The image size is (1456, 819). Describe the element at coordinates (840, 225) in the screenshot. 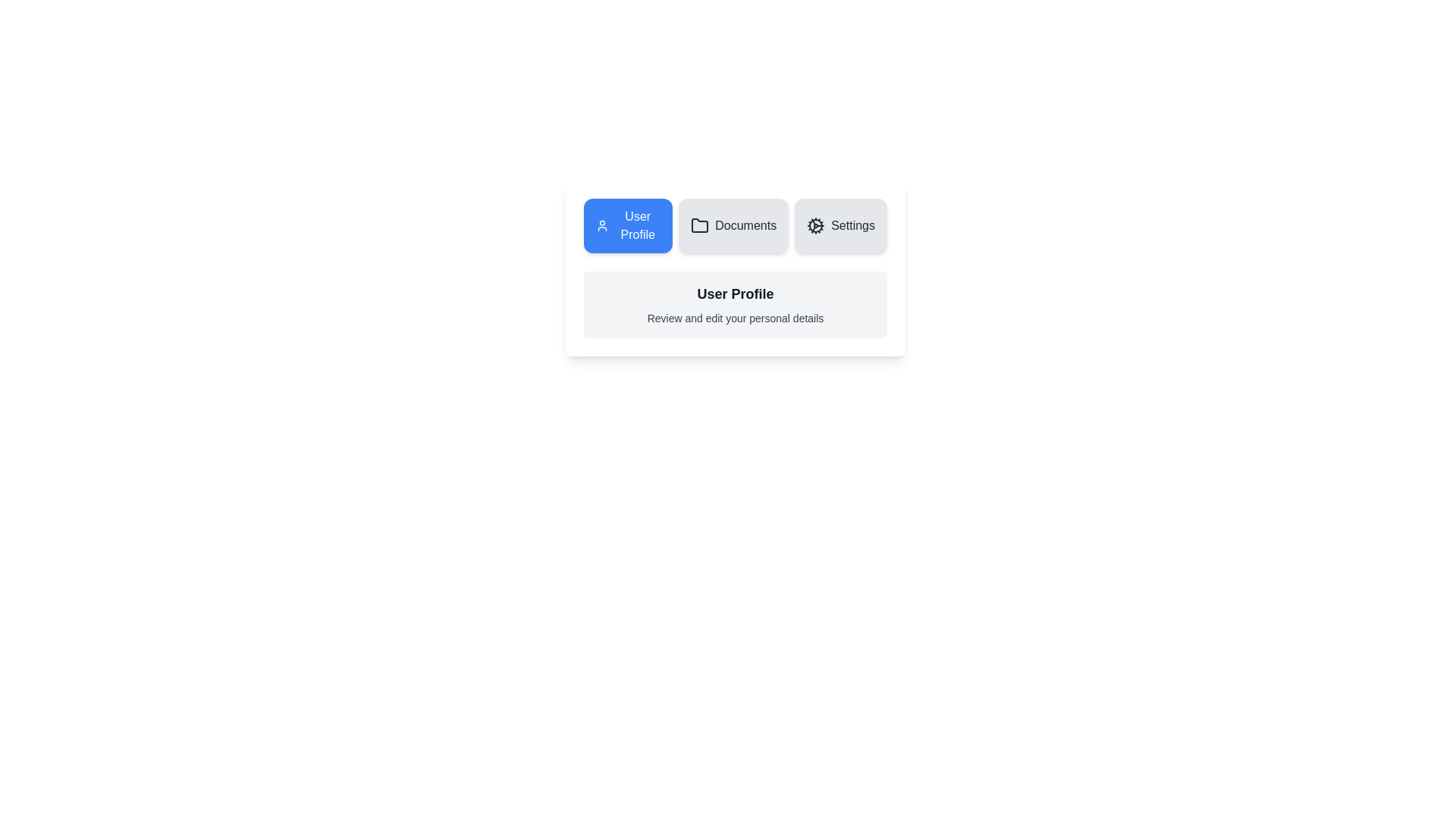

I see `the tab labeled Settings` at that location.